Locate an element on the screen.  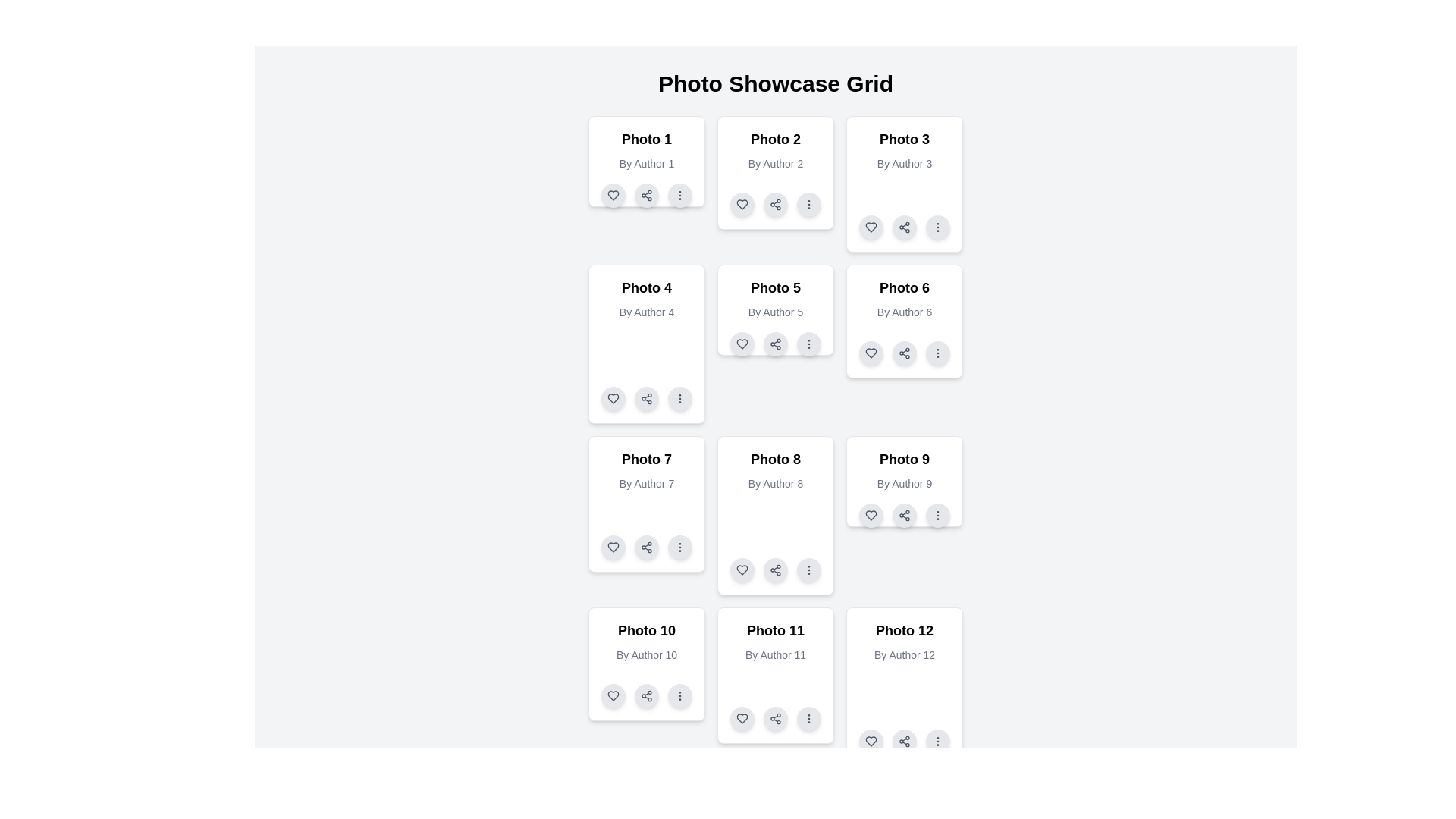
the heart-shaped icon located below the 'Photo 5' description is located at coordinates (742, 344).